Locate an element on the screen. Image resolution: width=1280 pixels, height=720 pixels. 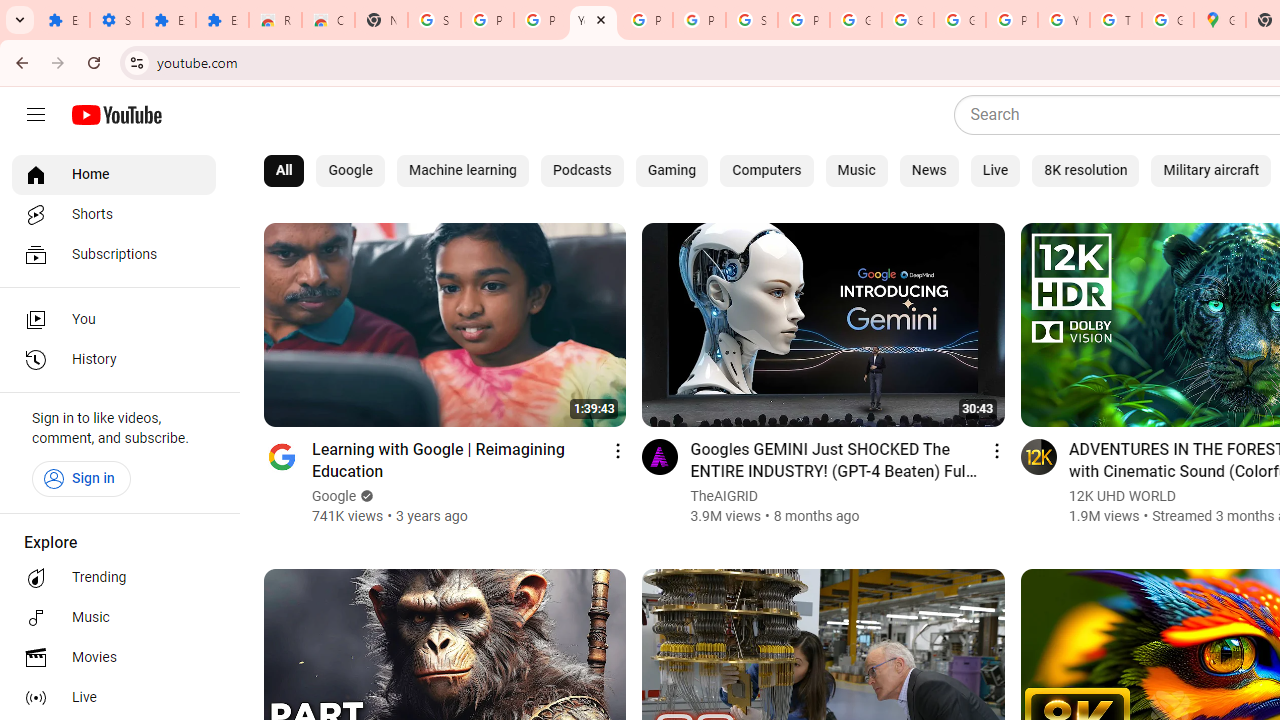
'Music' is located at coordinates (856, 170).